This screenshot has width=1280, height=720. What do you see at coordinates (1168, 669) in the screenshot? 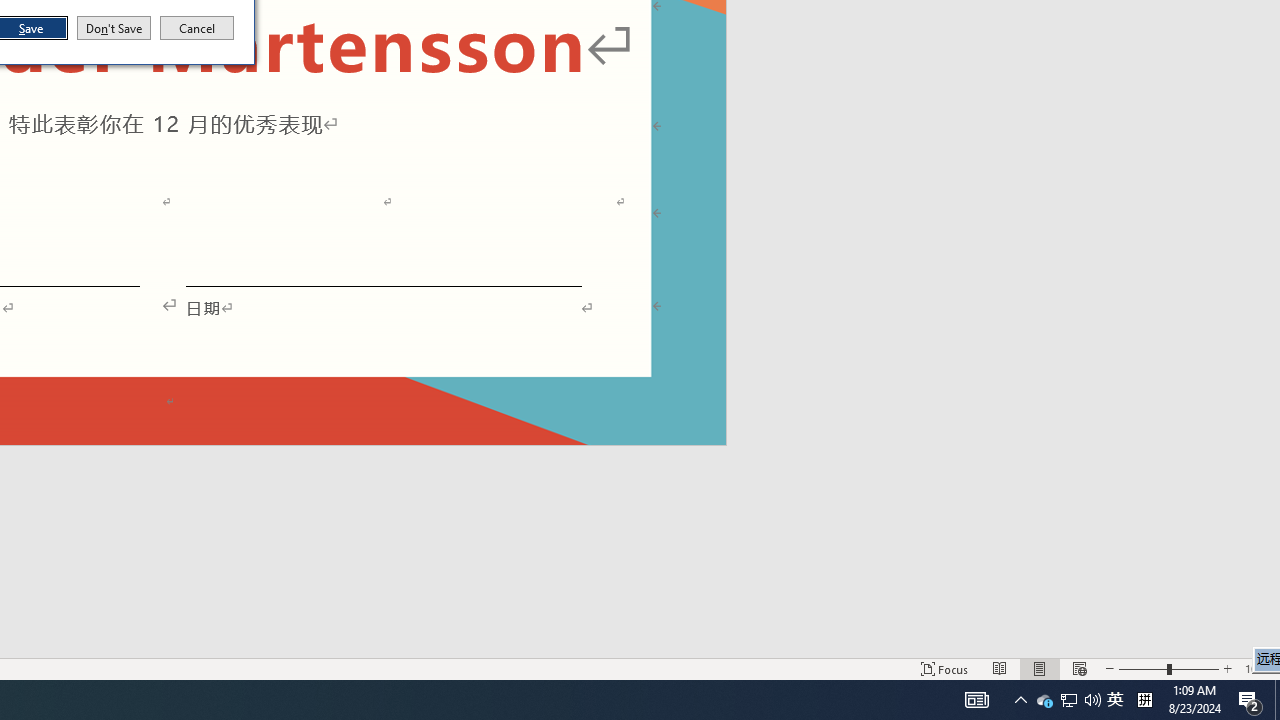
I see `'Zoom'` at bounding box center [1168, 669].